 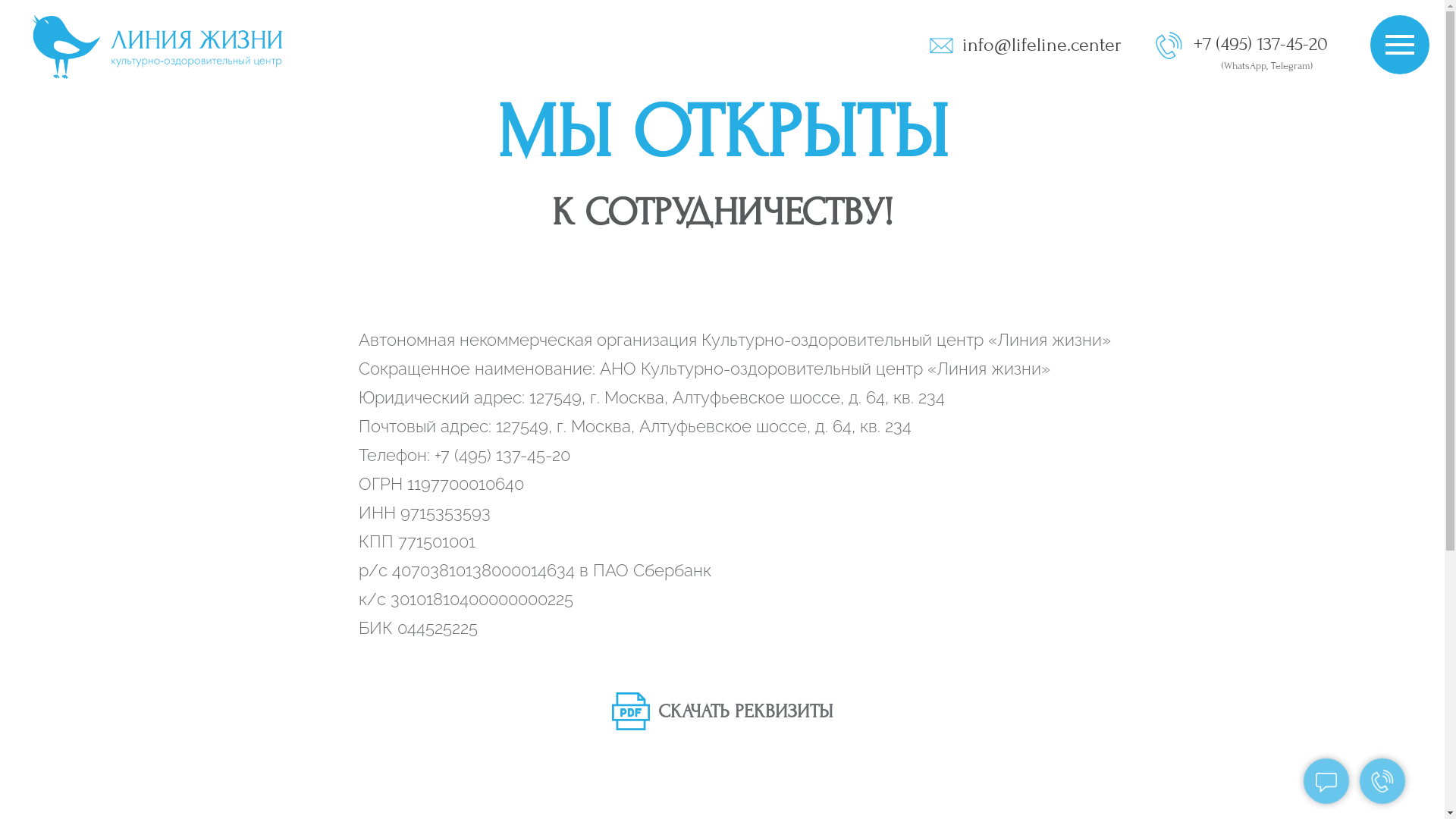 I want to click on 'Telegram', so click(x=1270, y=65).